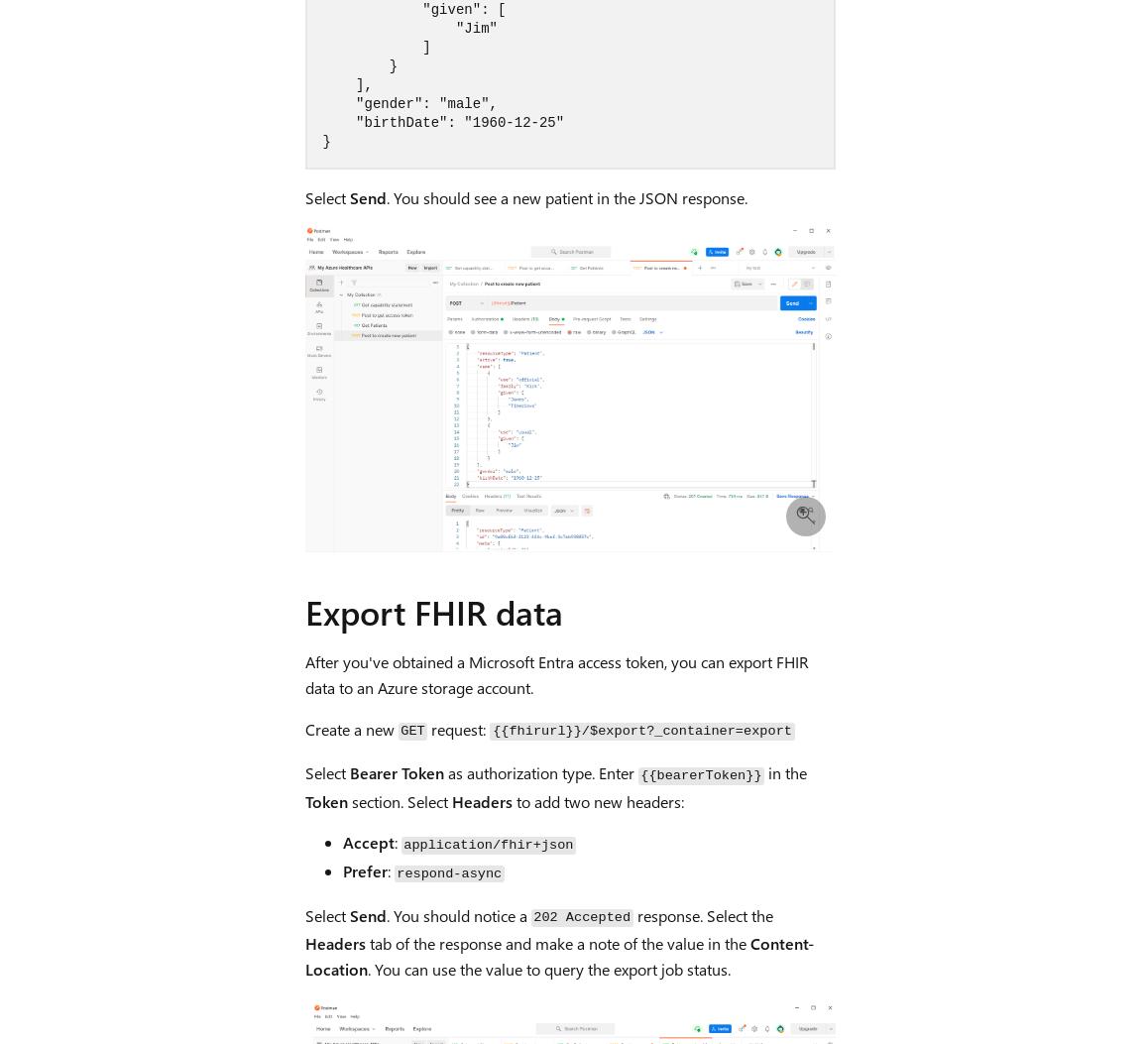 This screenshot has width=1148, height=1044. What do you see at coordinates (398, 800) in the screenshot?
I see `'section. Select'` at bounding box center [398, 800].